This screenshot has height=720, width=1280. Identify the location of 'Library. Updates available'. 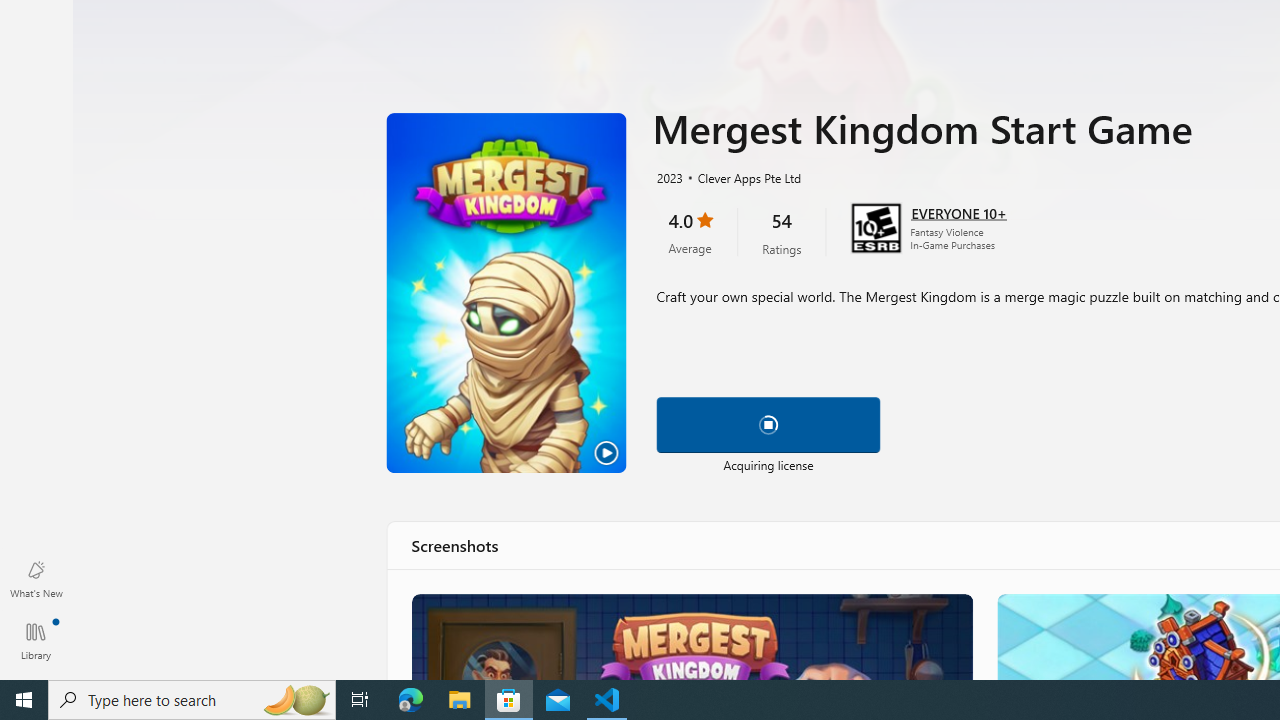
(35, 640).